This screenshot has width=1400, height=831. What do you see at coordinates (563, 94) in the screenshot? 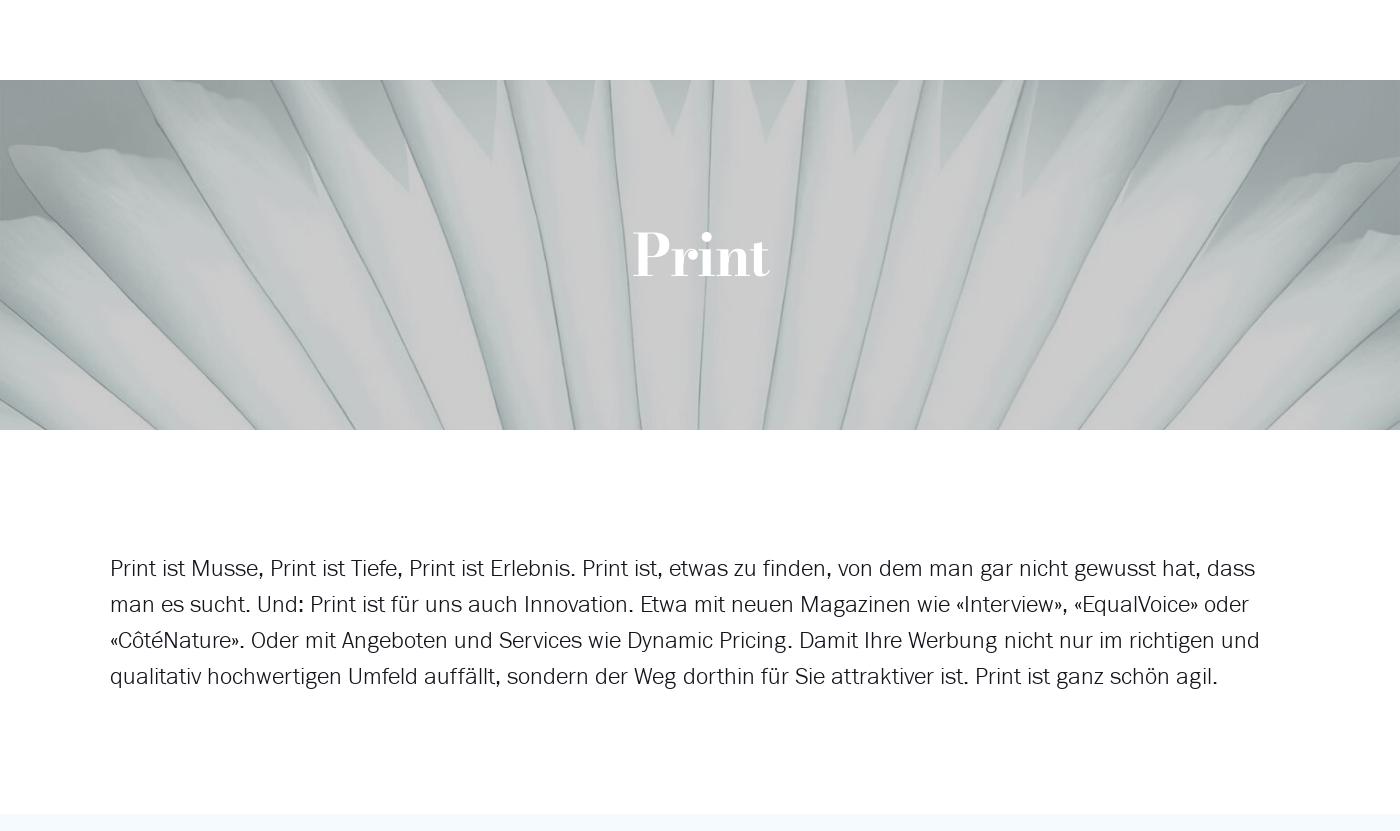
I see `'Programmatic'` at bounding box center [563, 94].